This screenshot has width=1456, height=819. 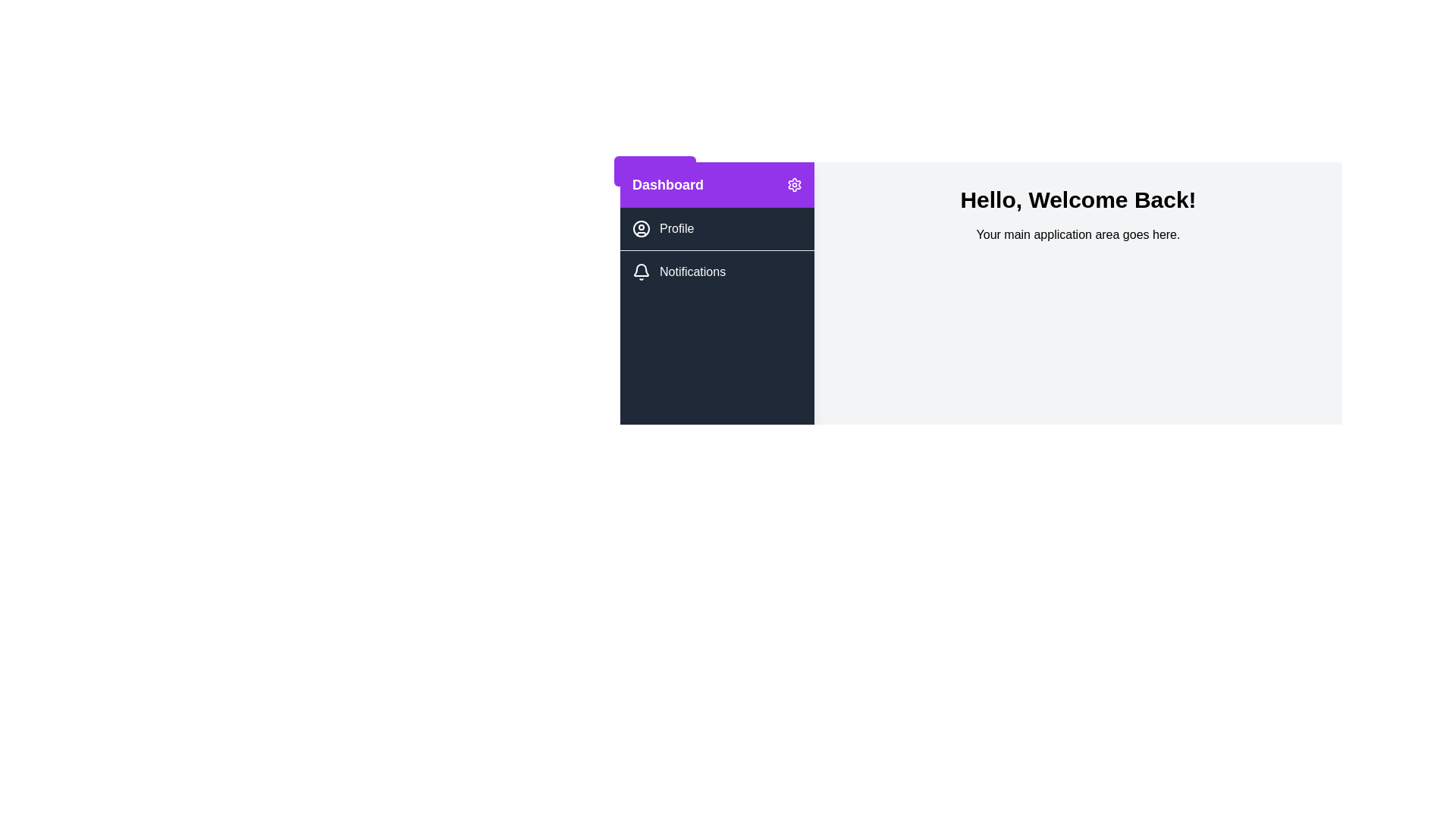 I want to click on the 'Notifications' button, which has a dark background, a left-aligned bell icon, and white text, for navigation, so click(x=716, y=271).